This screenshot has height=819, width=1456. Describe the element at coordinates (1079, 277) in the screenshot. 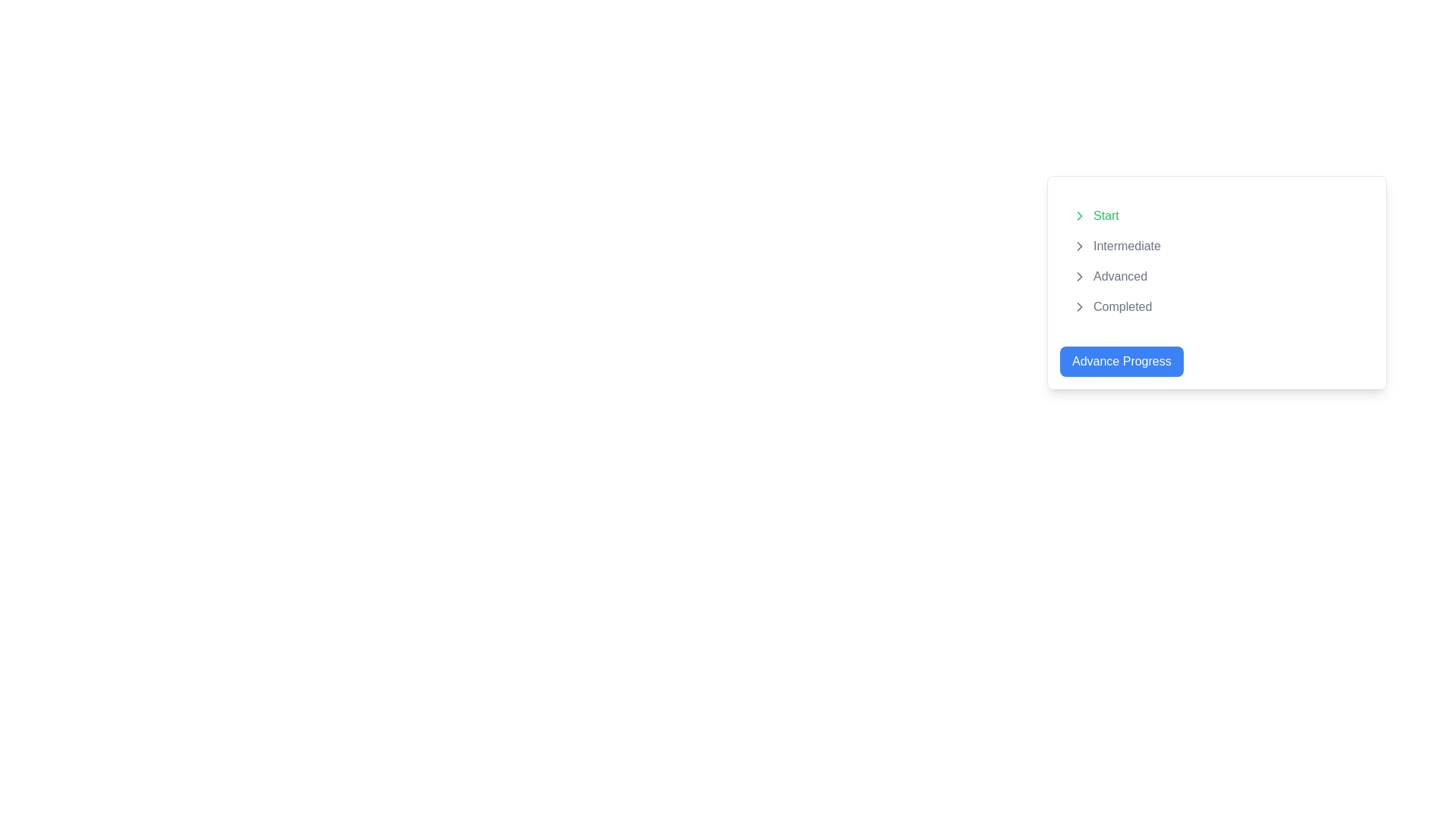

I see `the icon positioned to the left of the 'Advanced' text item in the vertically stacked list, which also aligns with the icons for 'Start', 'Intermediate', and 'Completed'` at that location.